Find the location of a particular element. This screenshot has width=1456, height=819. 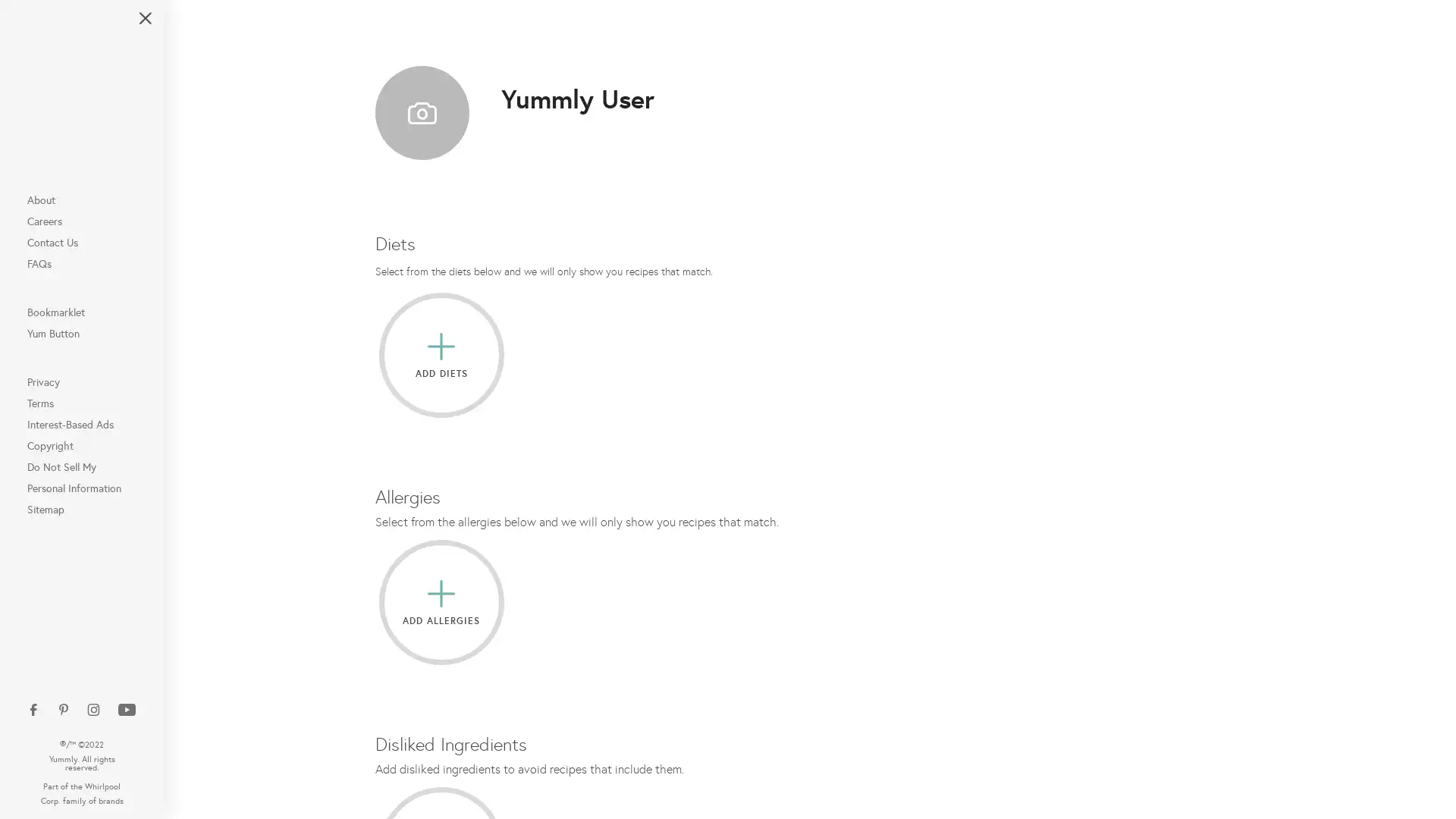

Connect with Google is located at coordinates (808, 435).